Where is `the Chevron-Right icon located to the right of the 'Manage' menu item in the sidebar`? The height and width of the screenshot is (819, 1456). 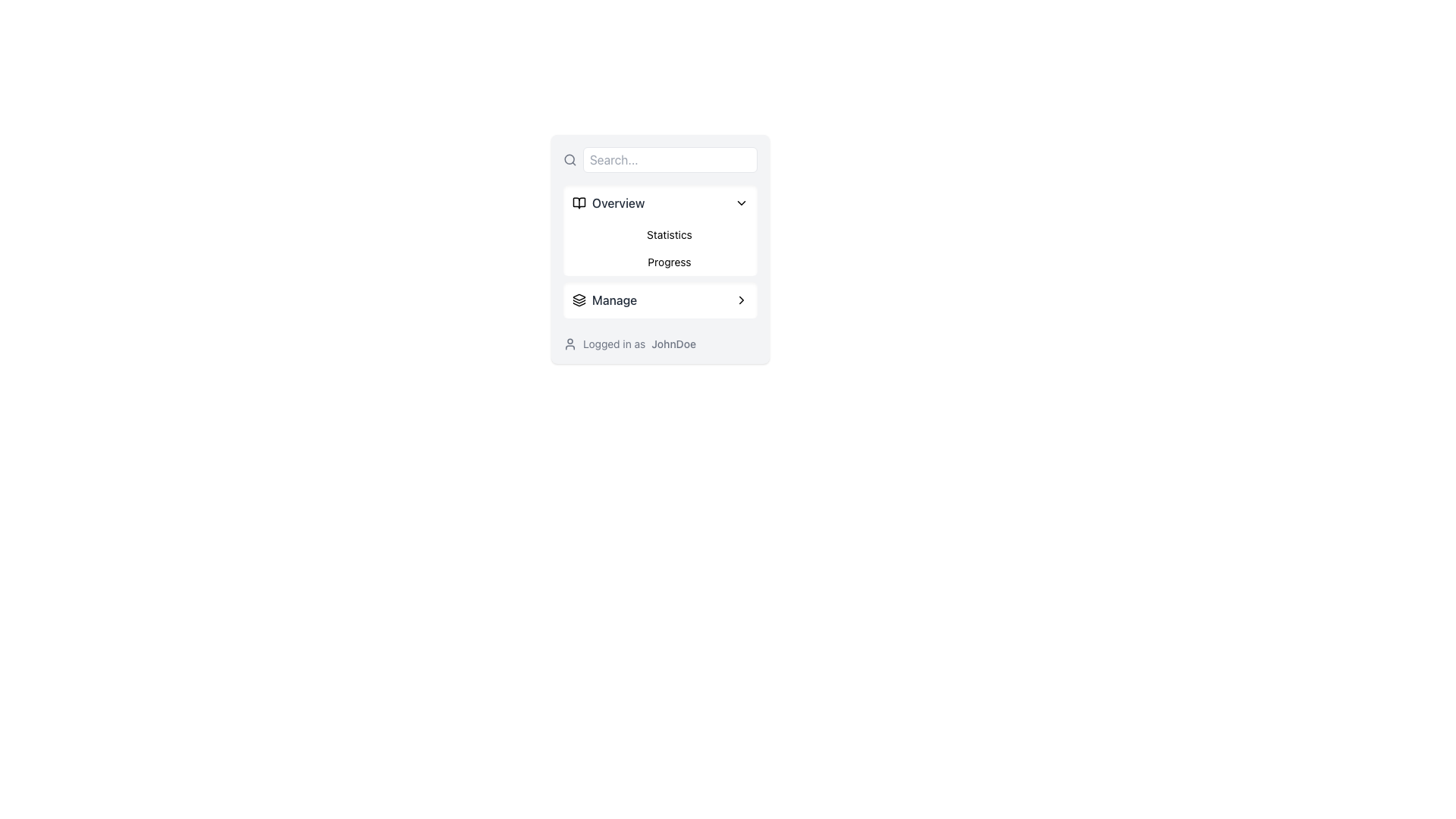 the Chevron-Right icon located to the right of the 'Manage' menu item in the sidebar is located at coordinates (742, 300).